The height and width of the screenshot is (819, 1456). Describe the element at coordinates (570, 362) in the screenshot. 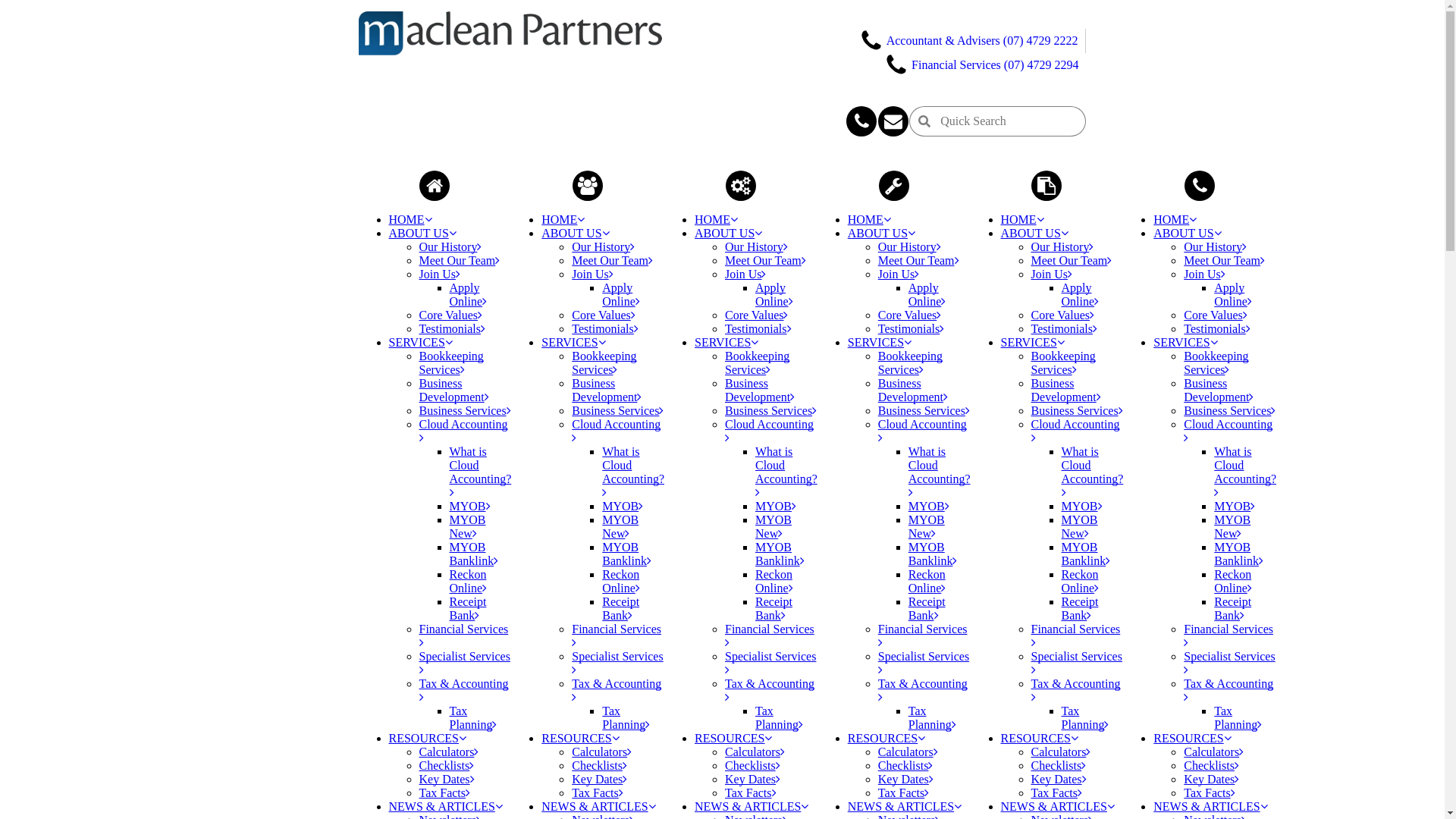

I see `'Bookkeeping Services'` at that location.